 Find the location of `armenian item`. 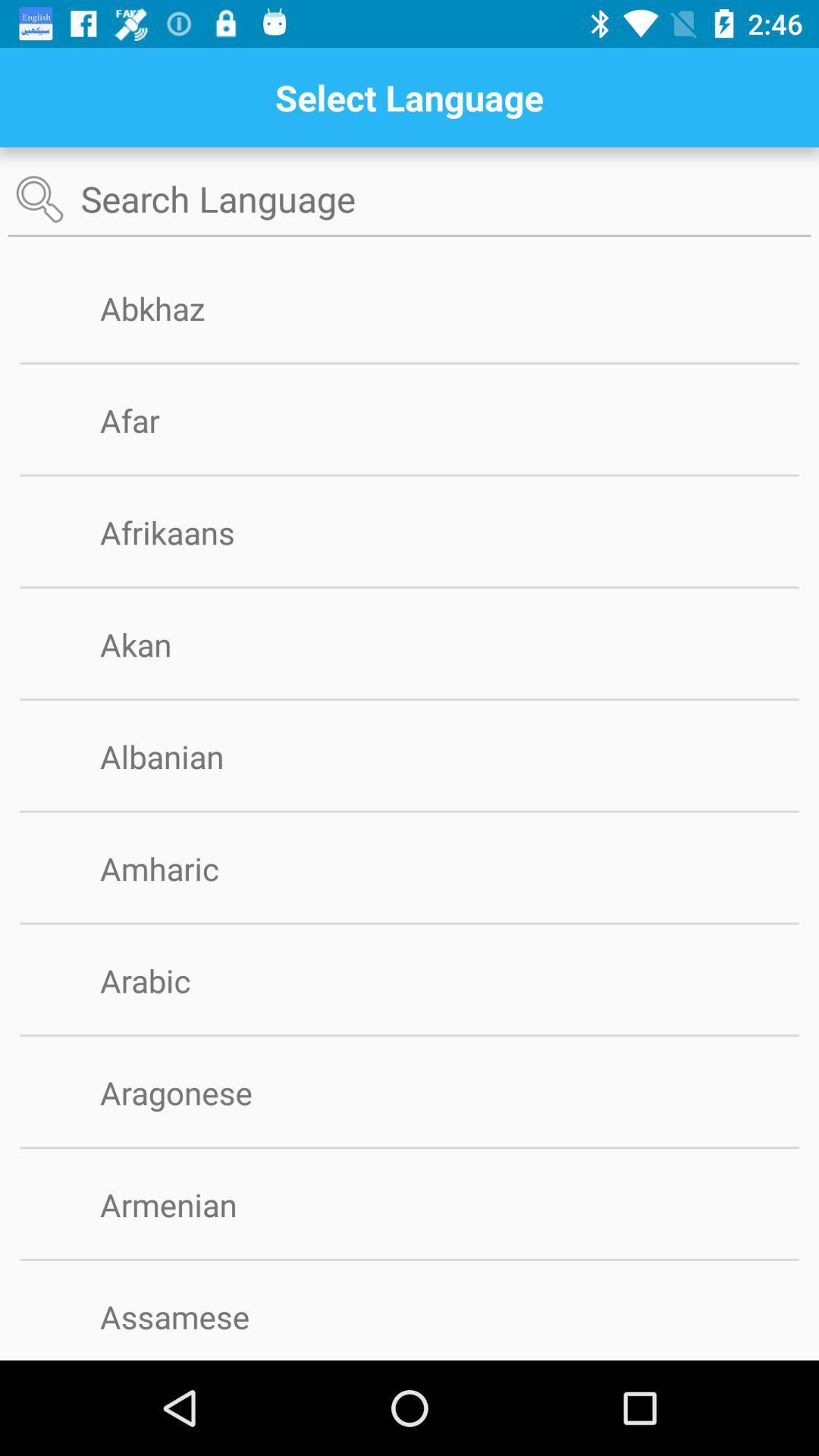

armenian item is located at coordinates (192, 1203).